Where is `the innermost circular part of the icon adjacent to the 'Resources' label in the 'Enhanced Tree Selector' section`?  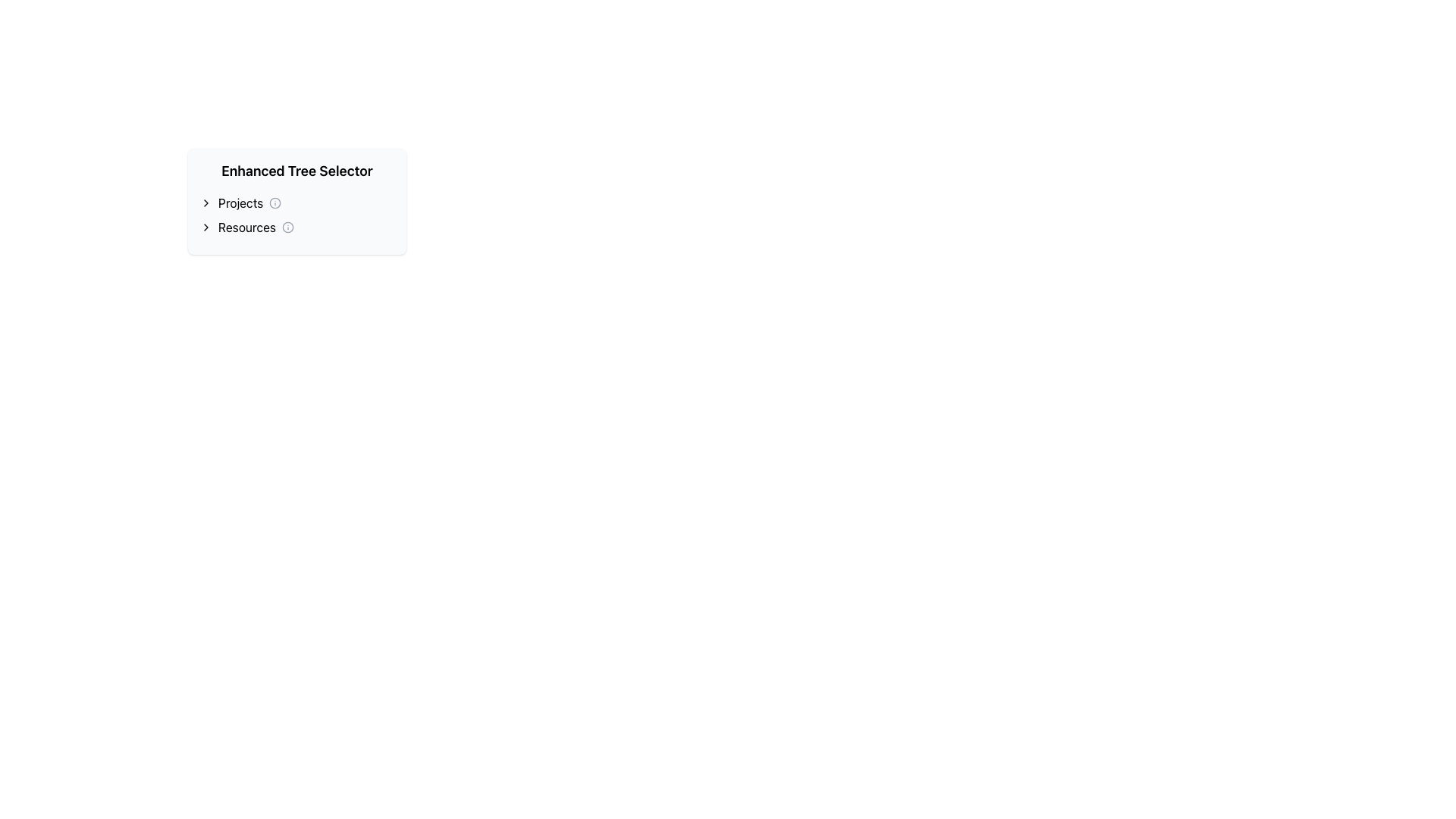 the innermost circular part of the icon adjacent to the 'Resources' label in the 'Enhanced Tree Selector' section is located at coordinates (287, 227).